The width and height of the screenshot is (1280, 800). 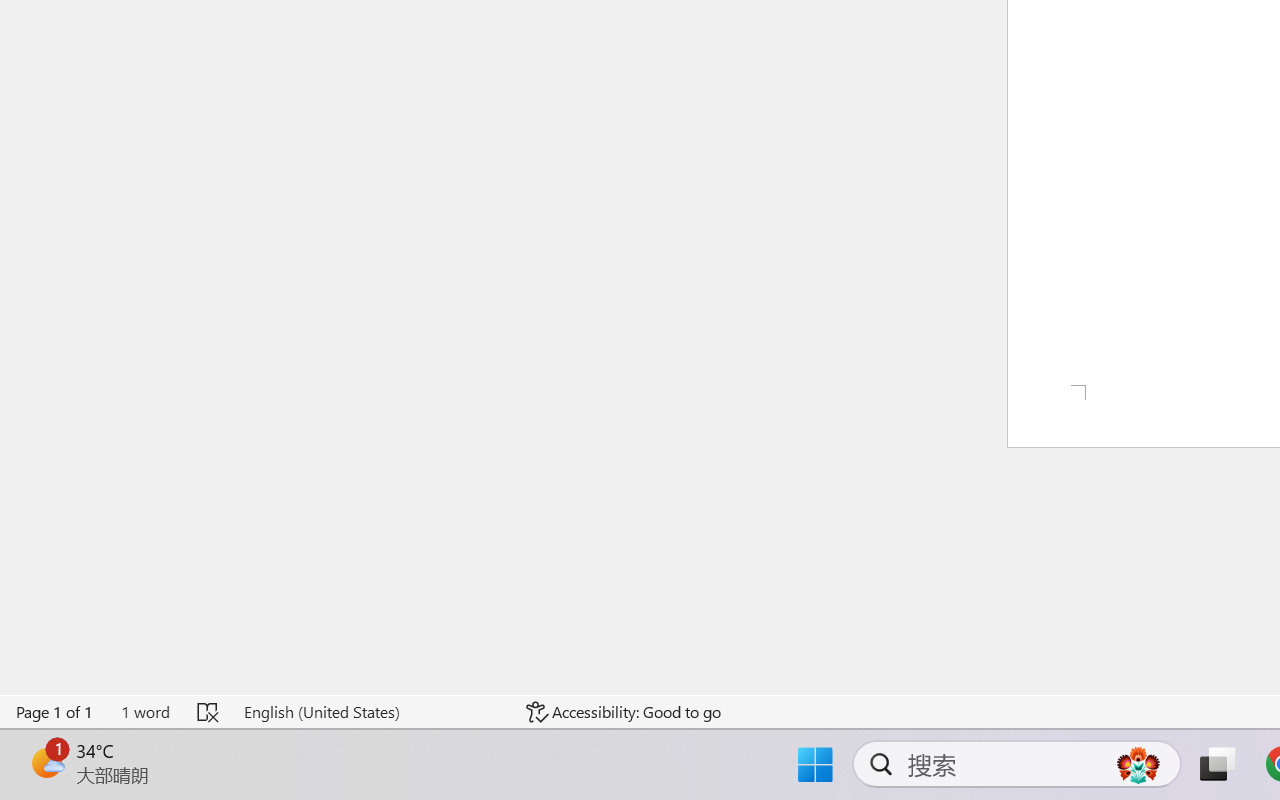 What do you see at coordinates (209, 711) in the screenshot?
I see `'Spelling and Grammar Check Errors'` at bounding box center [209, 711].